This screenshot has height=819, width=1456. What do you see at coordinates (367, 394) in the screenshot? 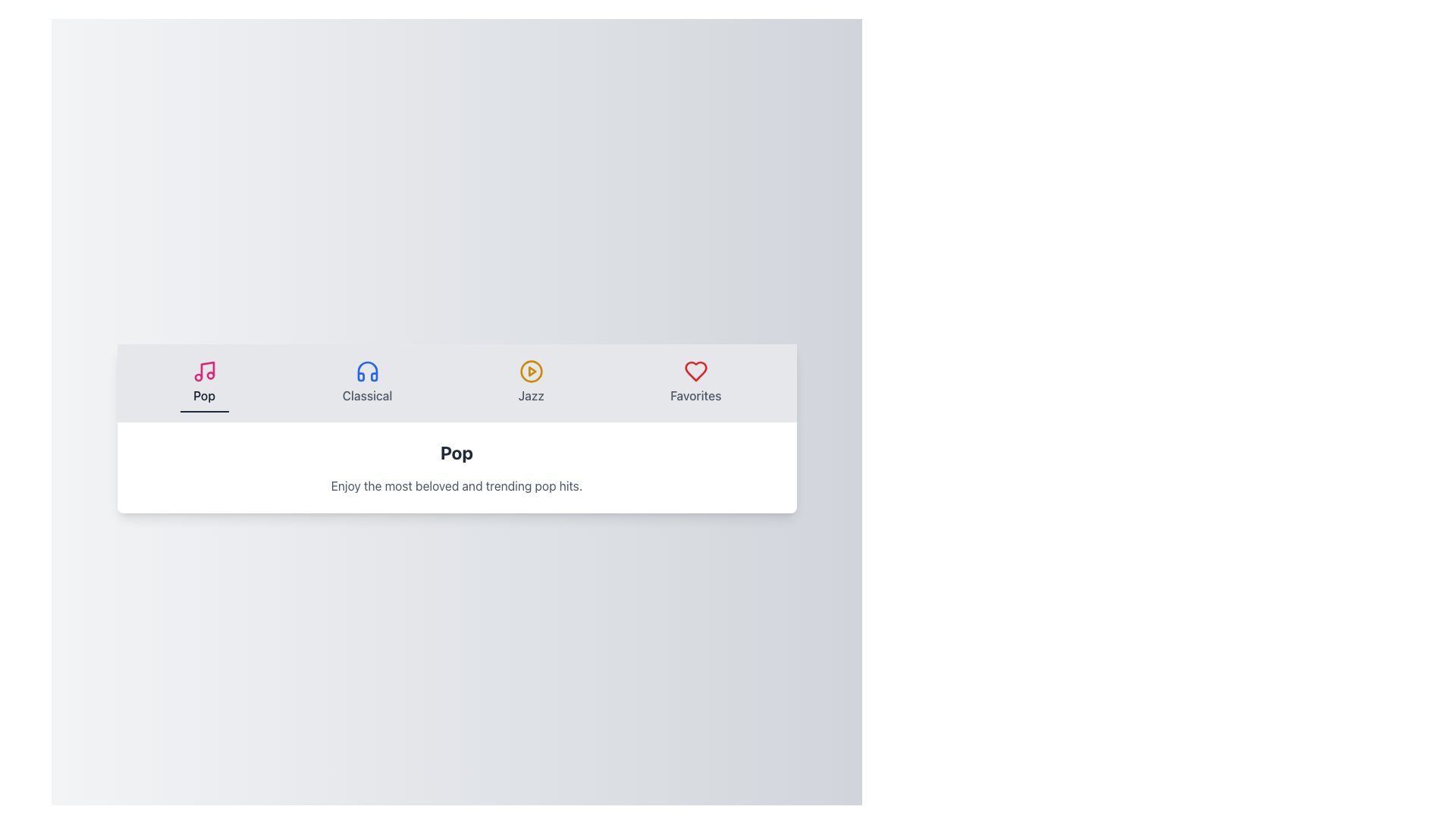
I see `the text label displaying 'Classical'` at bounding box center [367, 394].